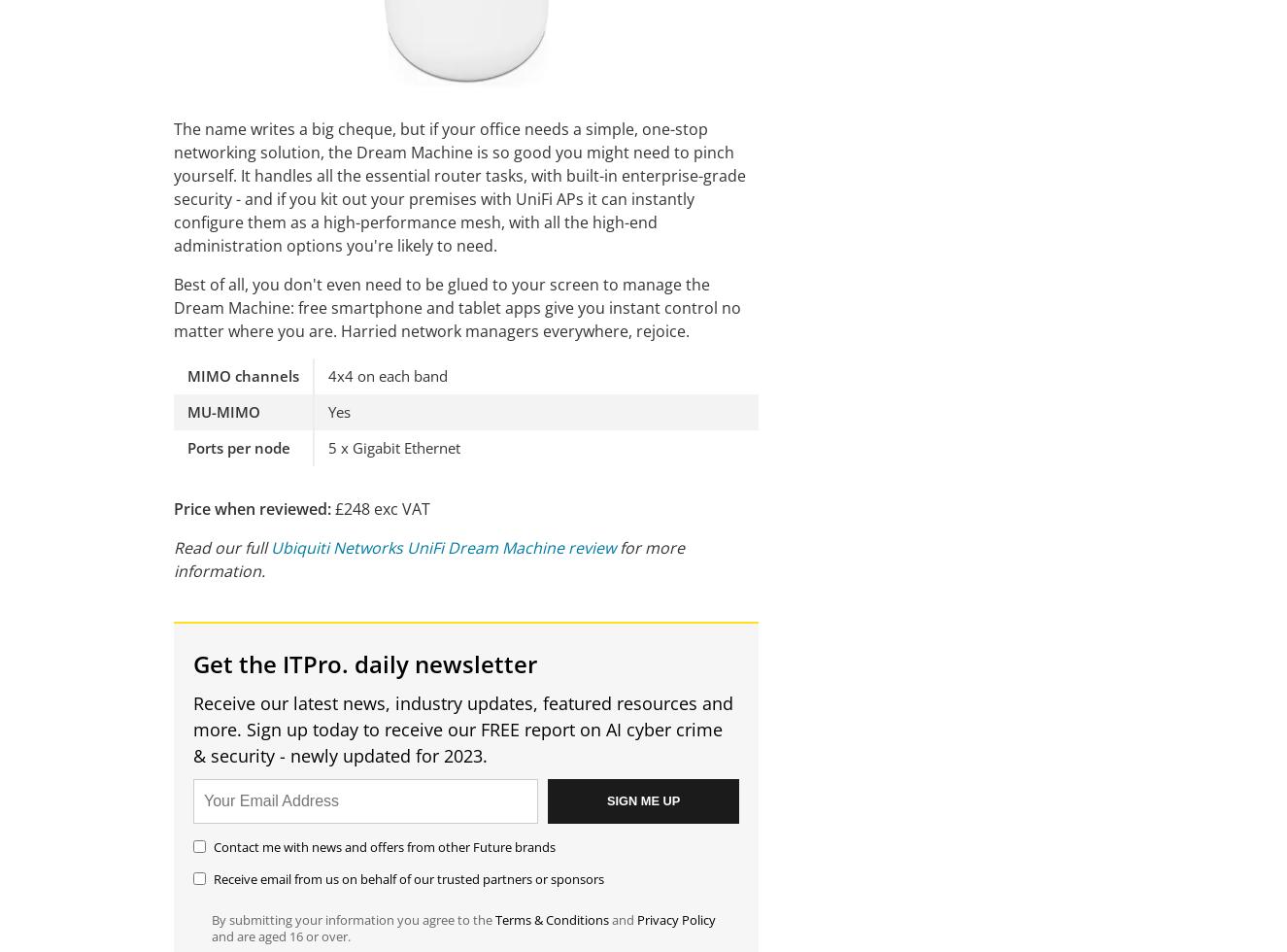  What do you see at coordinates (408, 877) in the screenshot?
I see `'Receive email from us on behalf of our trusted partners or sponsors'` at bounding box center [408, 877].